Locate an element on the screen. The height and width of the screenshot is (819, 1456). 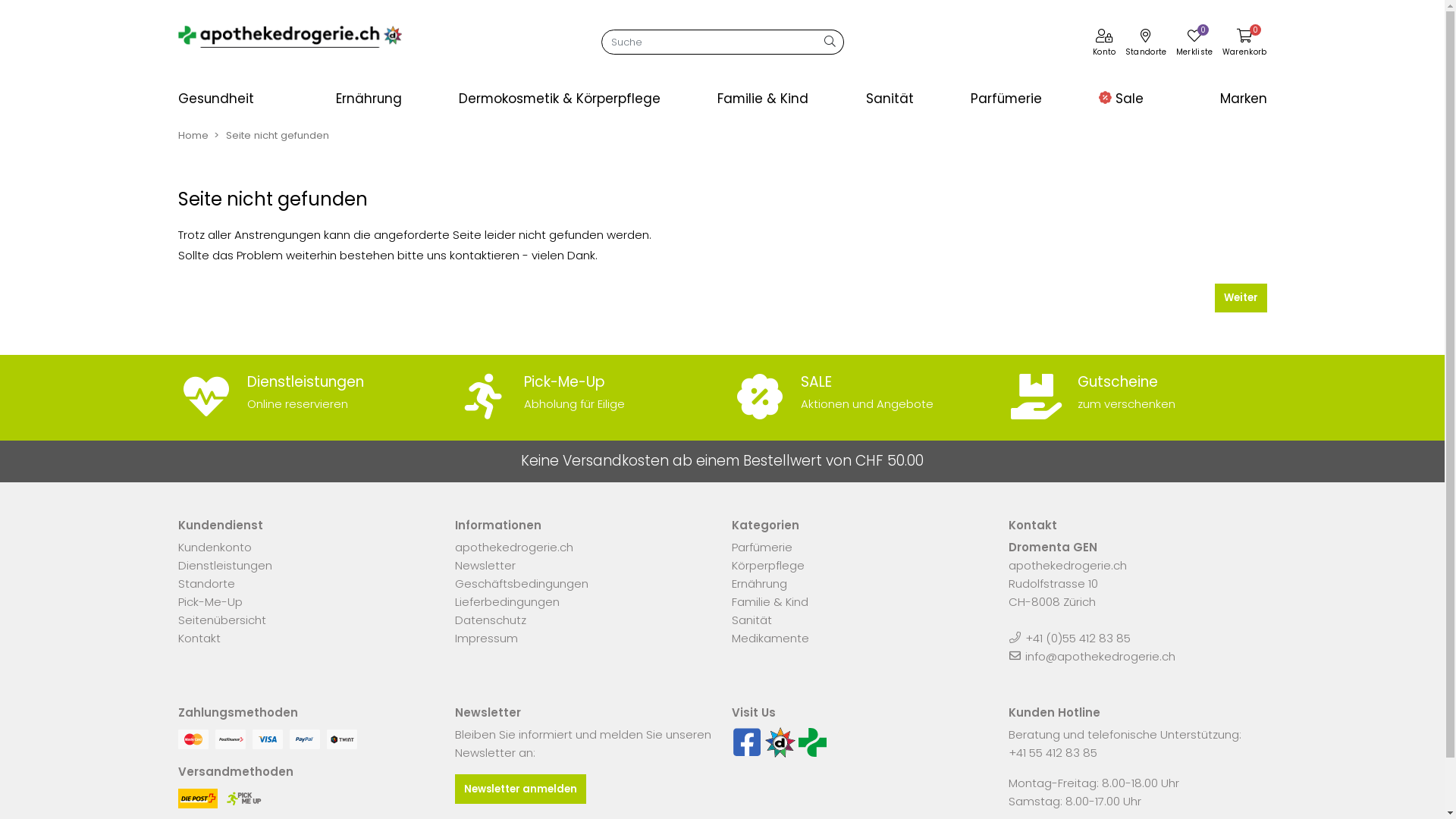
'0 is located at coordinates (1244, 43).